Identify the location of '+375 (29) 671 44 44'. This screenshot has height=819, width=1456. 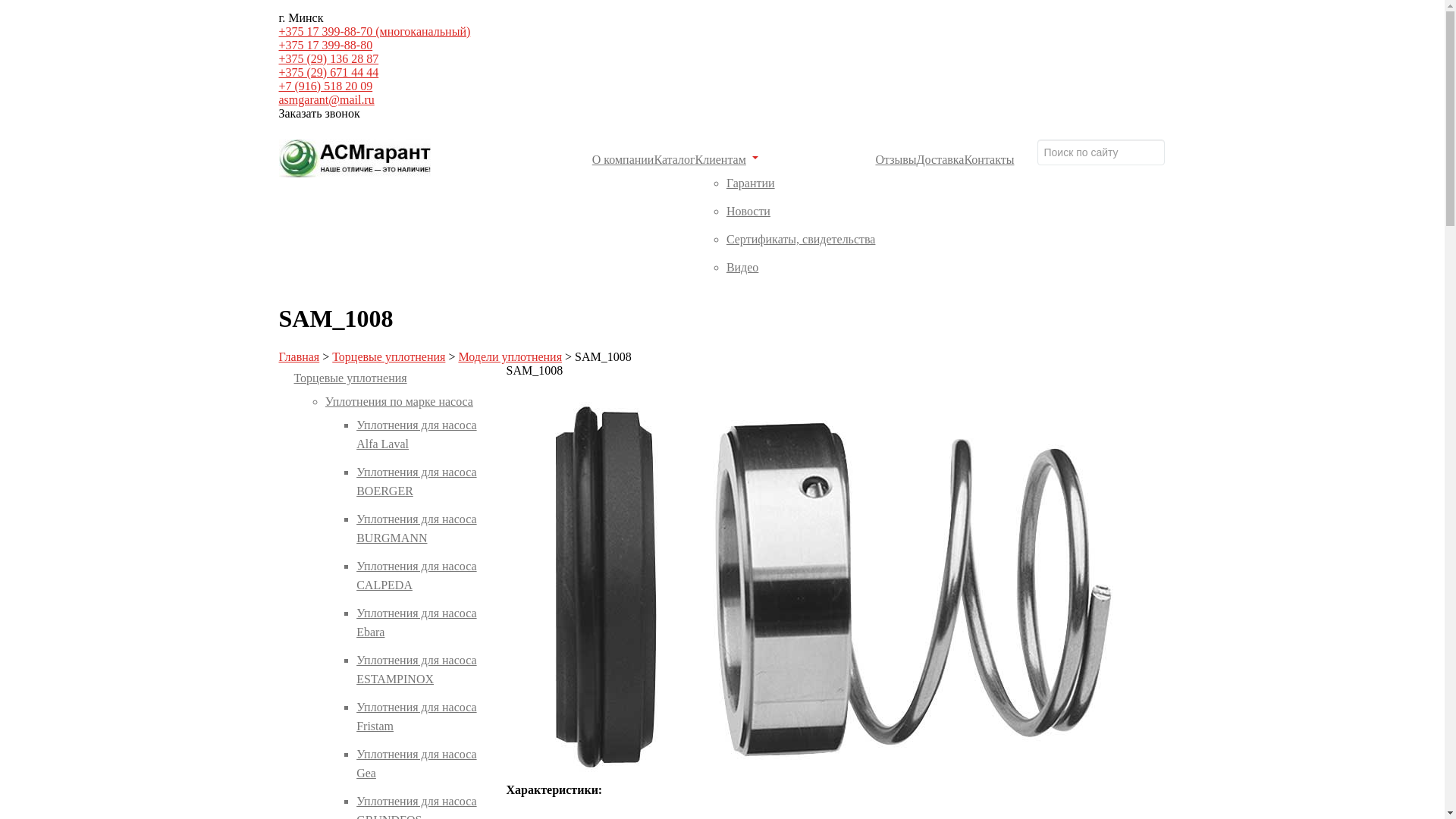
(328, 72).